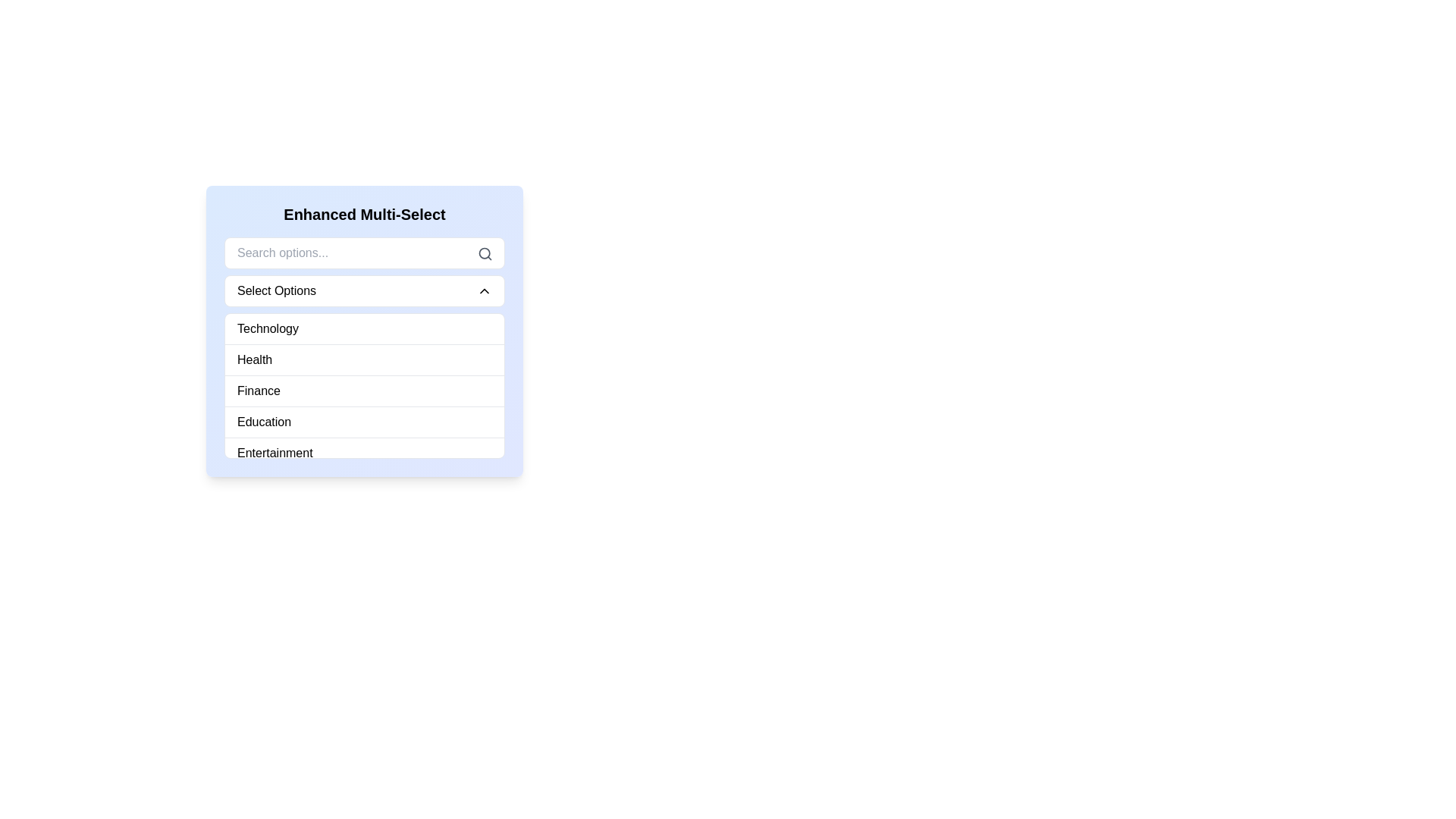  I want to click on the 'Entertainment' category option in the dropdown list, so click(364, 452).